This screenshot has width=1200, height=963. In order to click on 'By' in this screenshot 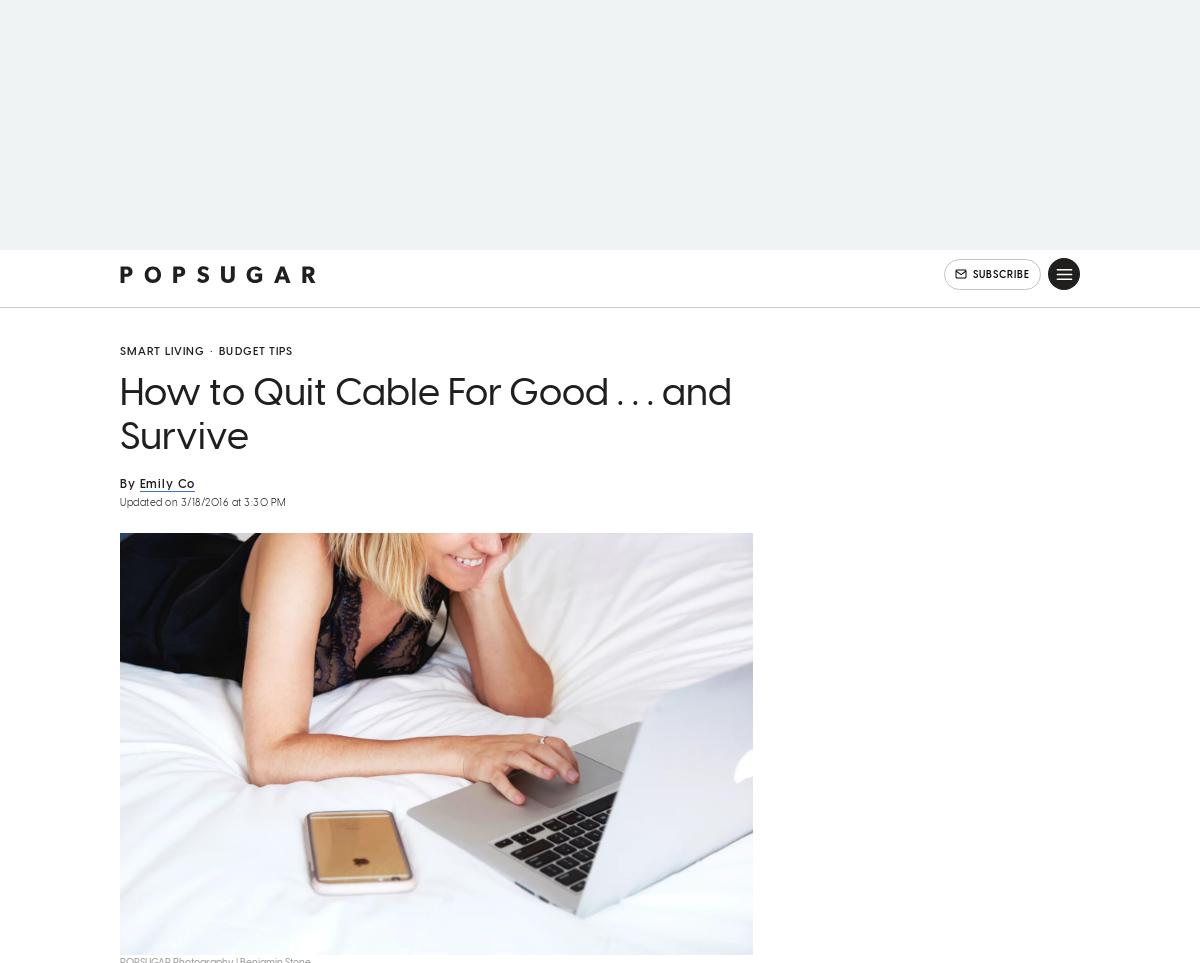, I will do `click(127, 510)`.